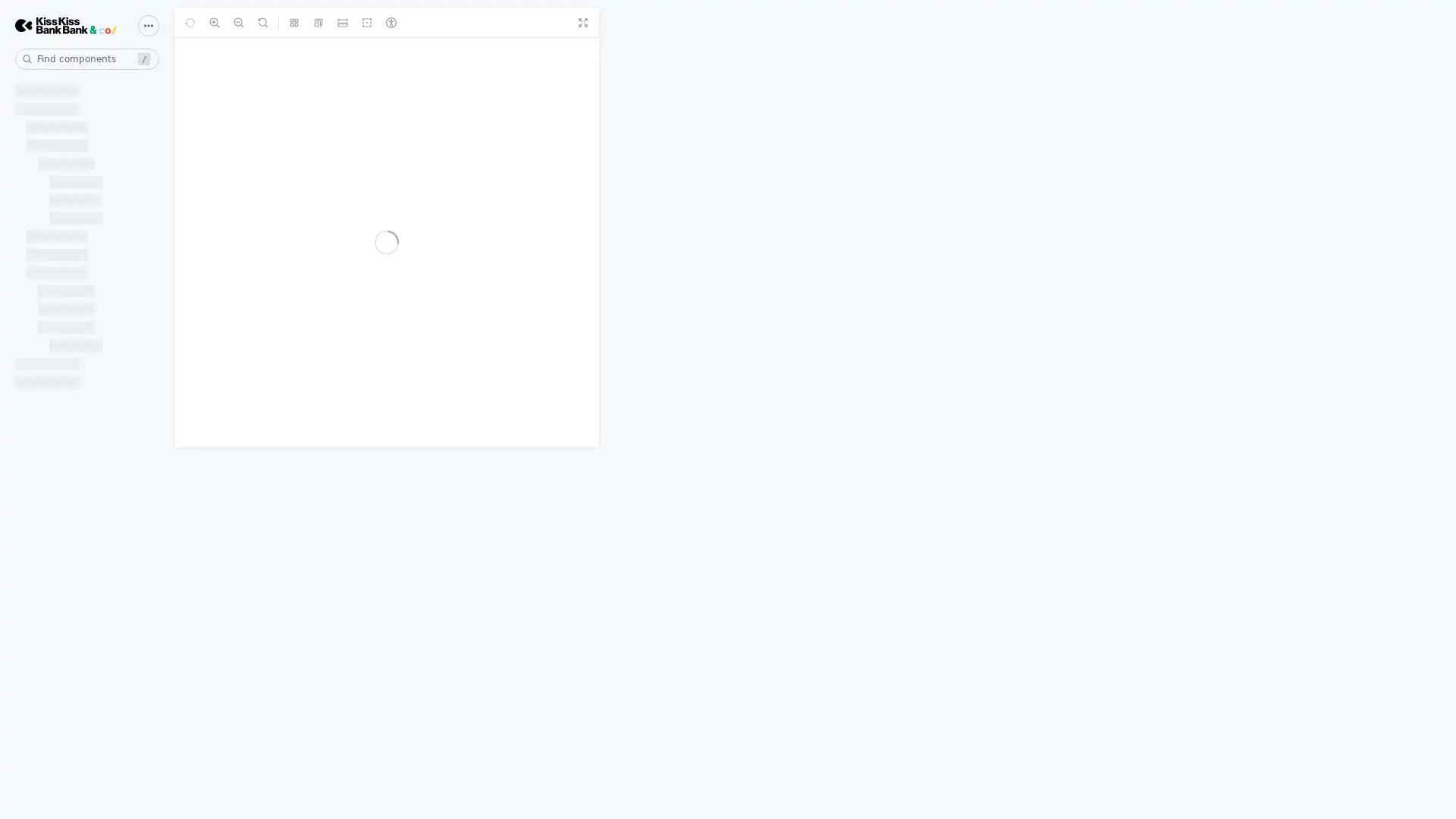 The height and width of the screenshot is (819, 1456). I want to click on Change the size of the preview, so click(459, 23).